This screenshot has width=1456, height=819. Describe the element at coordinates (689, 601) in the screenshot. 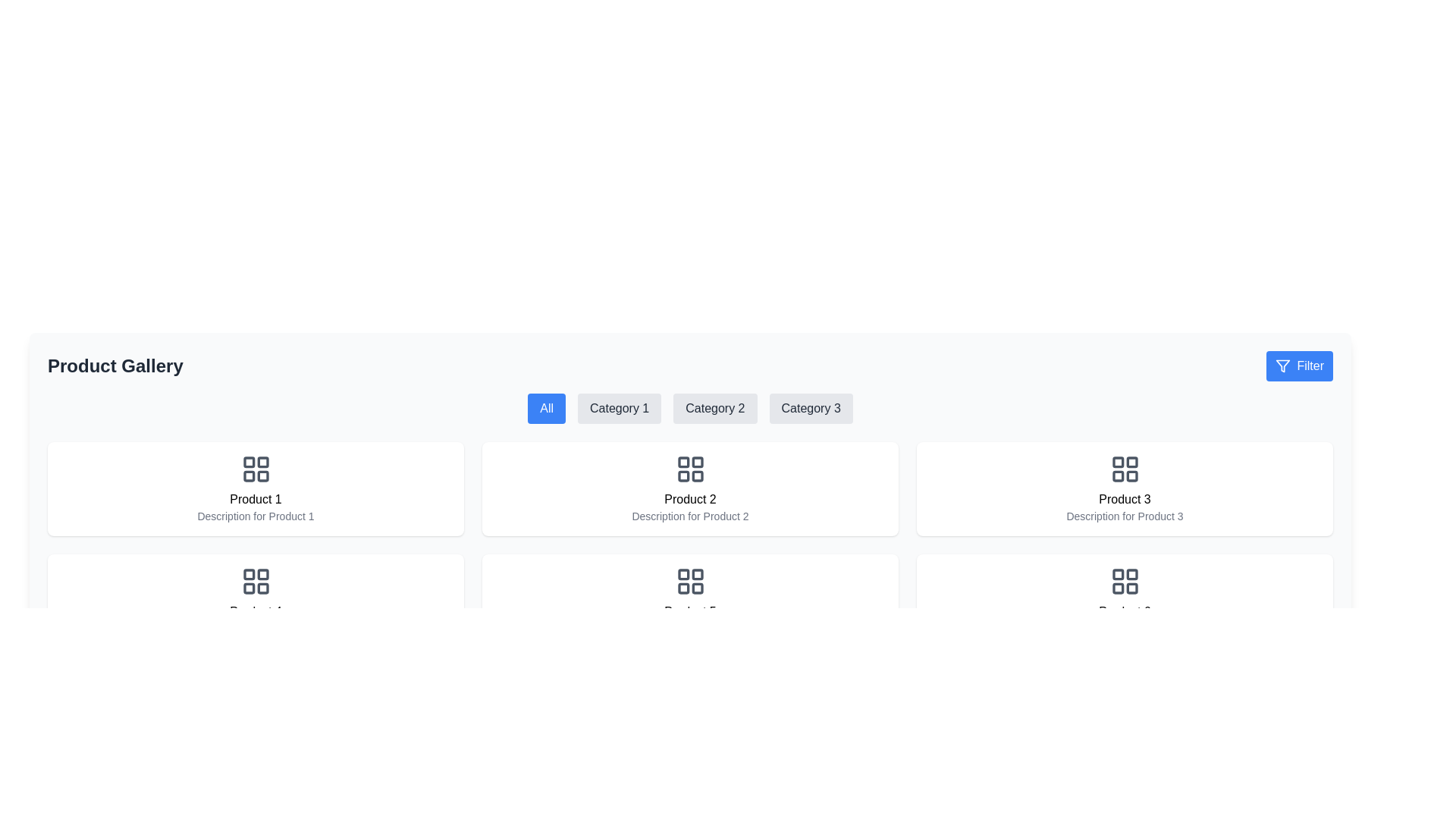

I see `the white card displaying 'Product 5' with a grid icon, located in the second row of the grid layout` at that location.